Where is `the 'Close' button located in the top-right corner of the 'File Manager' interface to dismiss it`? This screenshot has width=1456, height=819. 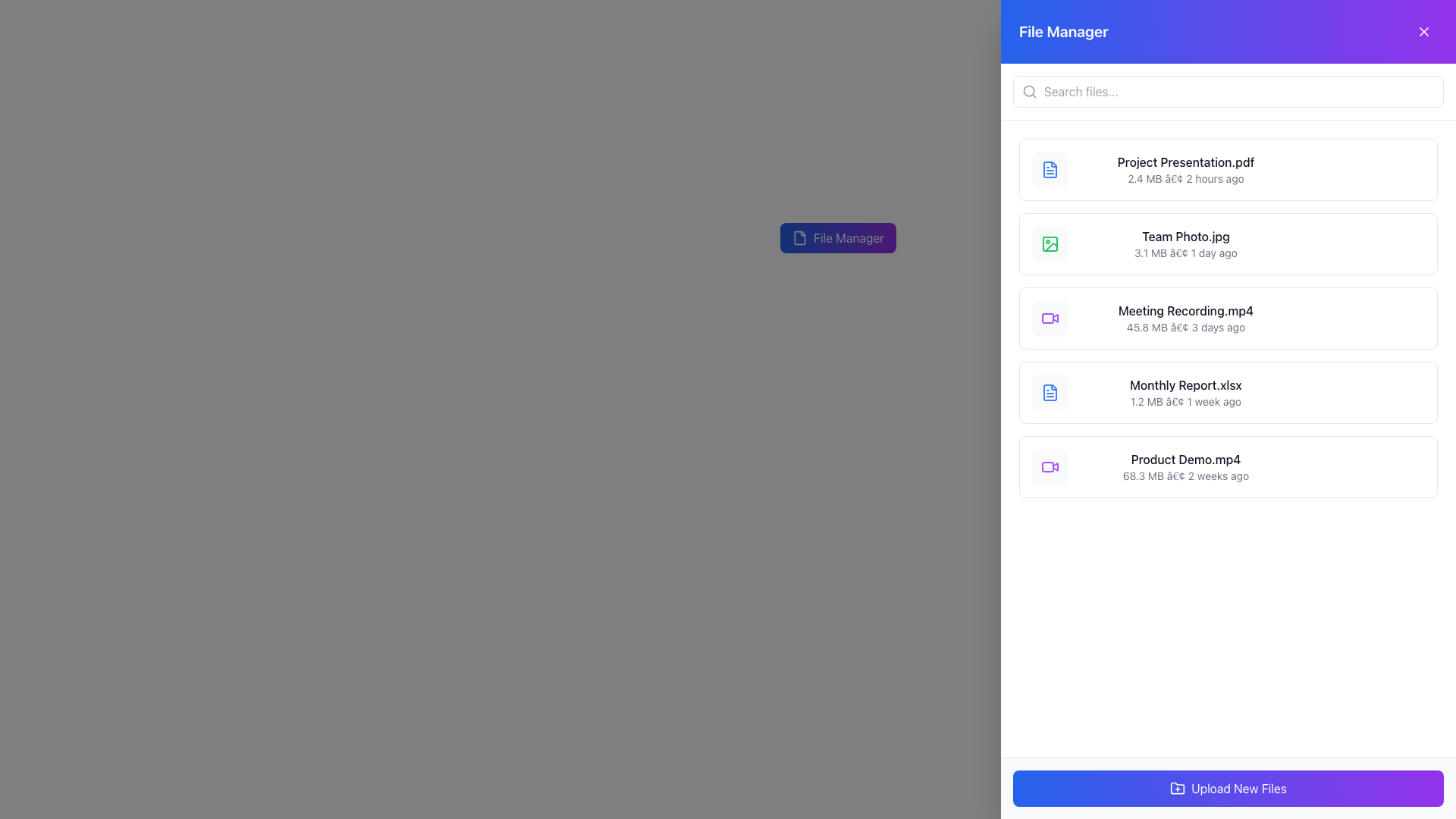 the 'Close' button located in the top-right corner of the 'File Manager' interface to dismiss it is located at coordinates (1423, 32).